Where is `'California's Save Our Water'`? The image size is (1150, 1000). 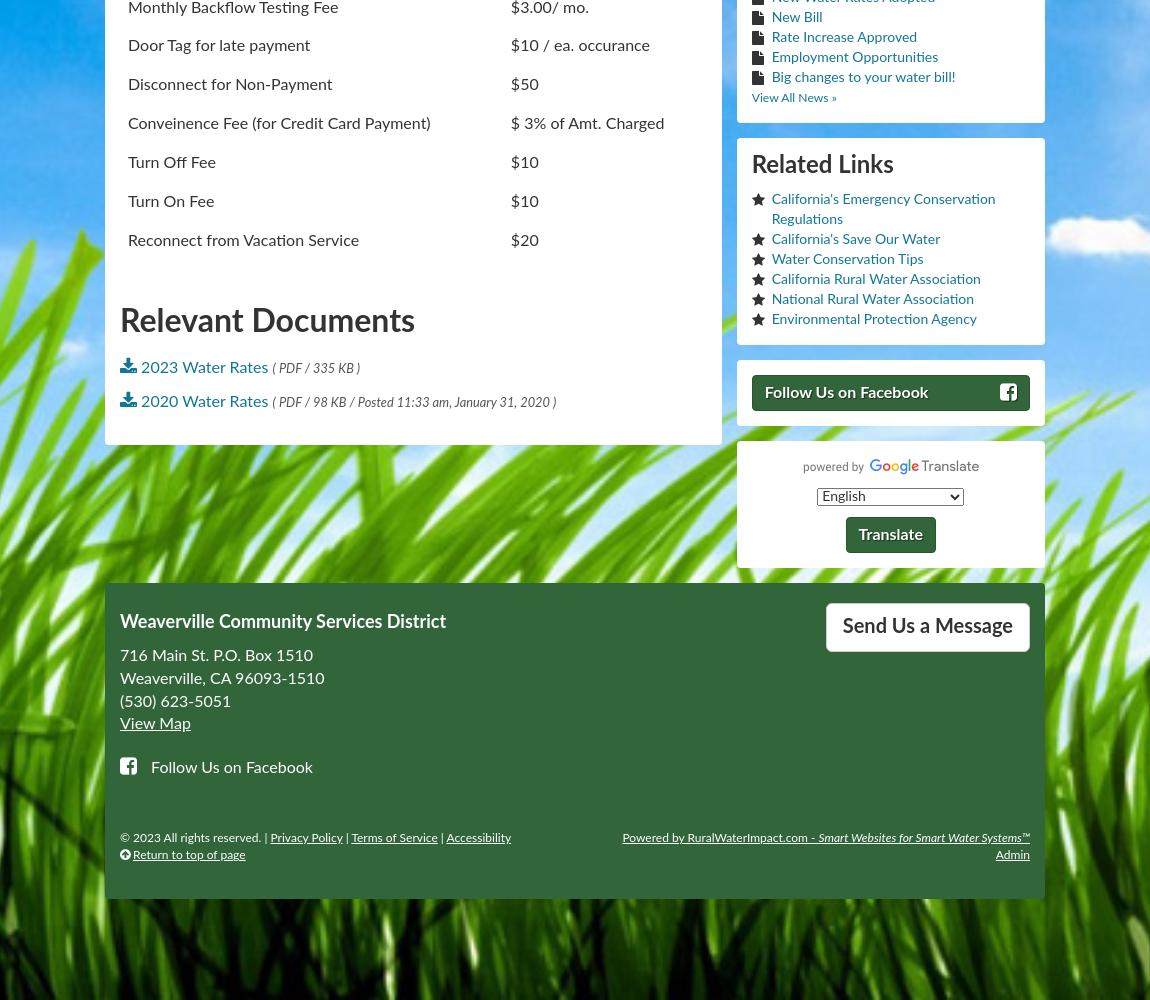
'California's Save Our Water' is located at coordinates (854, 239).